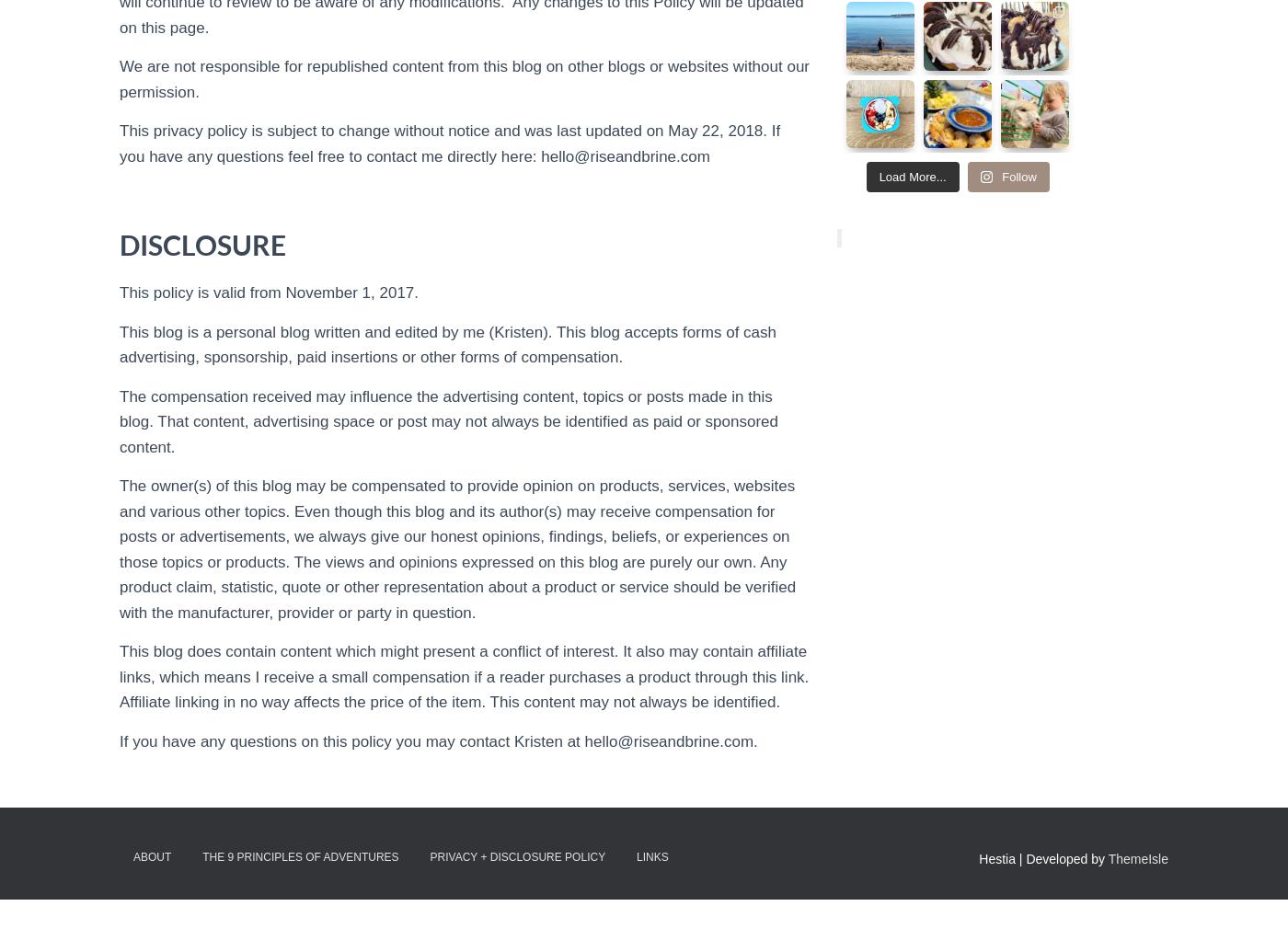 The width and height of the screenshot is (1288, 929). What do you see at coordinates (120, 344) in the screenshot?
I see `'This blog is a personal blog written and edited by me (Kristen). This blog accepts forms of cash advertising, sponsorship, paid insertions or other forms of compensation.'` at bounding box center [120, 344].